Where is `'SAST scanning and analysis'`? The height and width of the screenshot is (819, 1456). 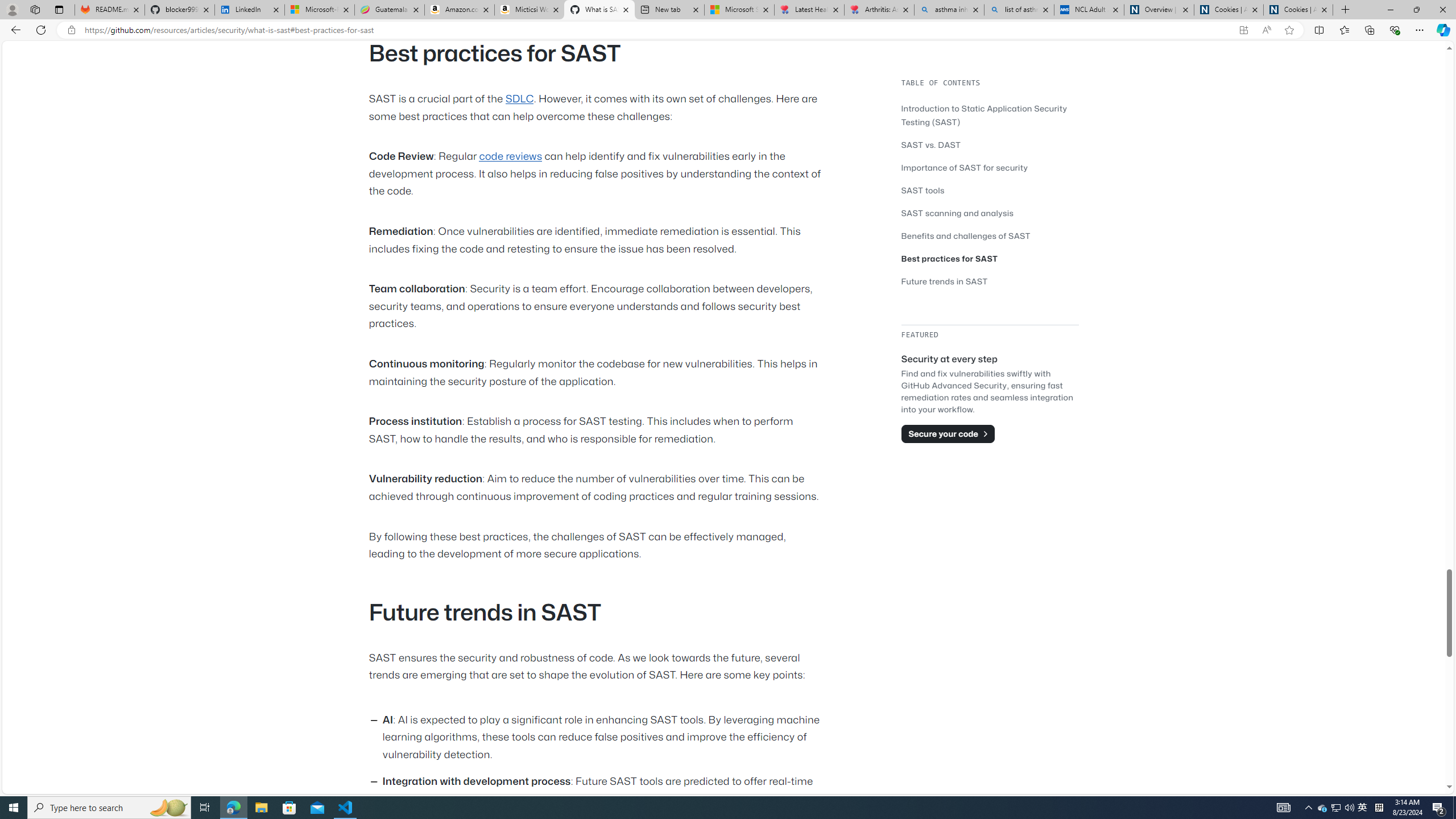 'SAST scanning and analysis' is located at coordinates (957, 213).